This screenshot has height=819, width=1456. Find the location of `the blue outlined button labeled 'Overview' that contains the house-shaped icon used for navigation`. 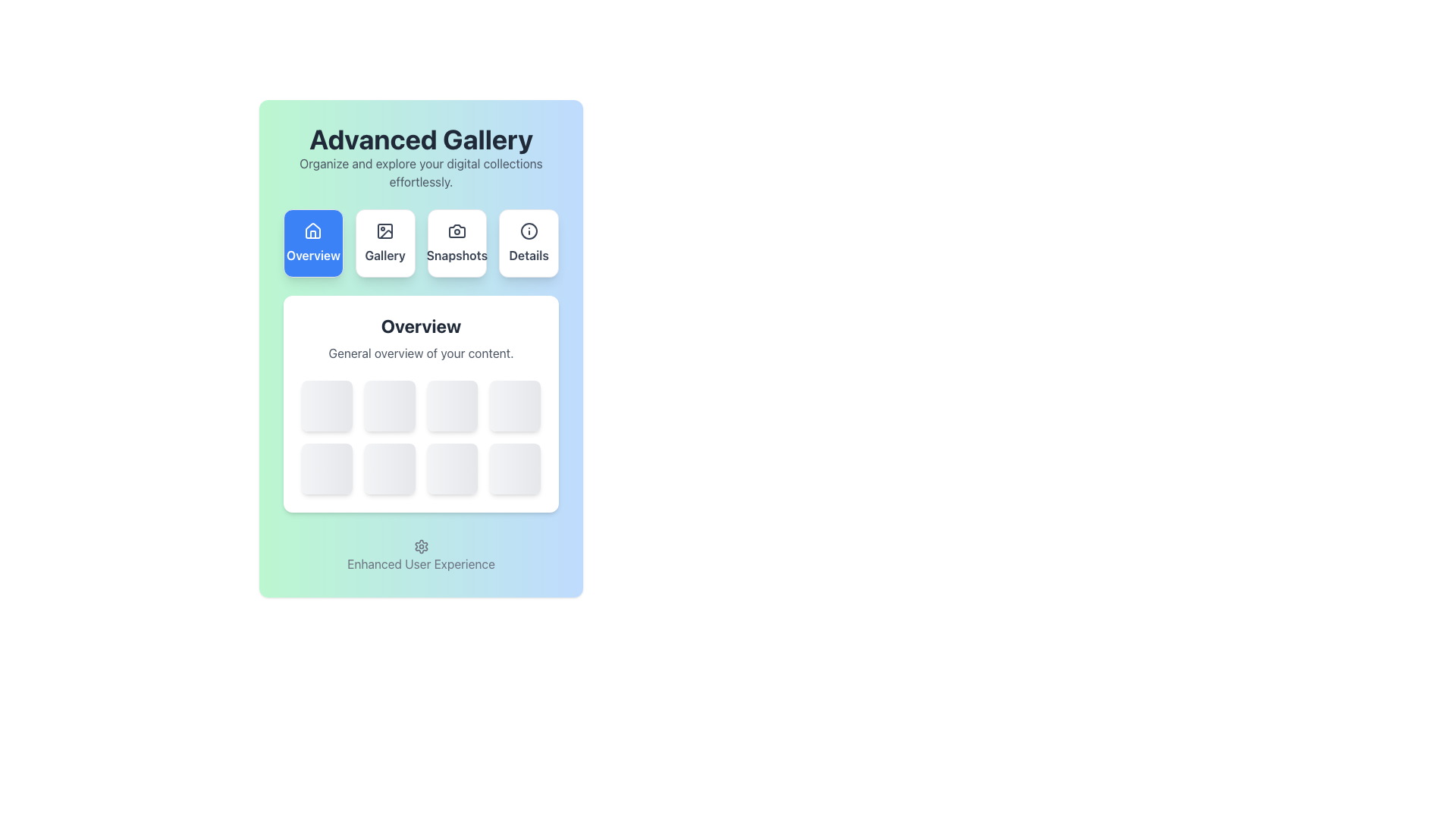

the blue outlined button labeled 'Overview' that contains the house-shaped icon used for navigation is located at coordinates (312, 231).